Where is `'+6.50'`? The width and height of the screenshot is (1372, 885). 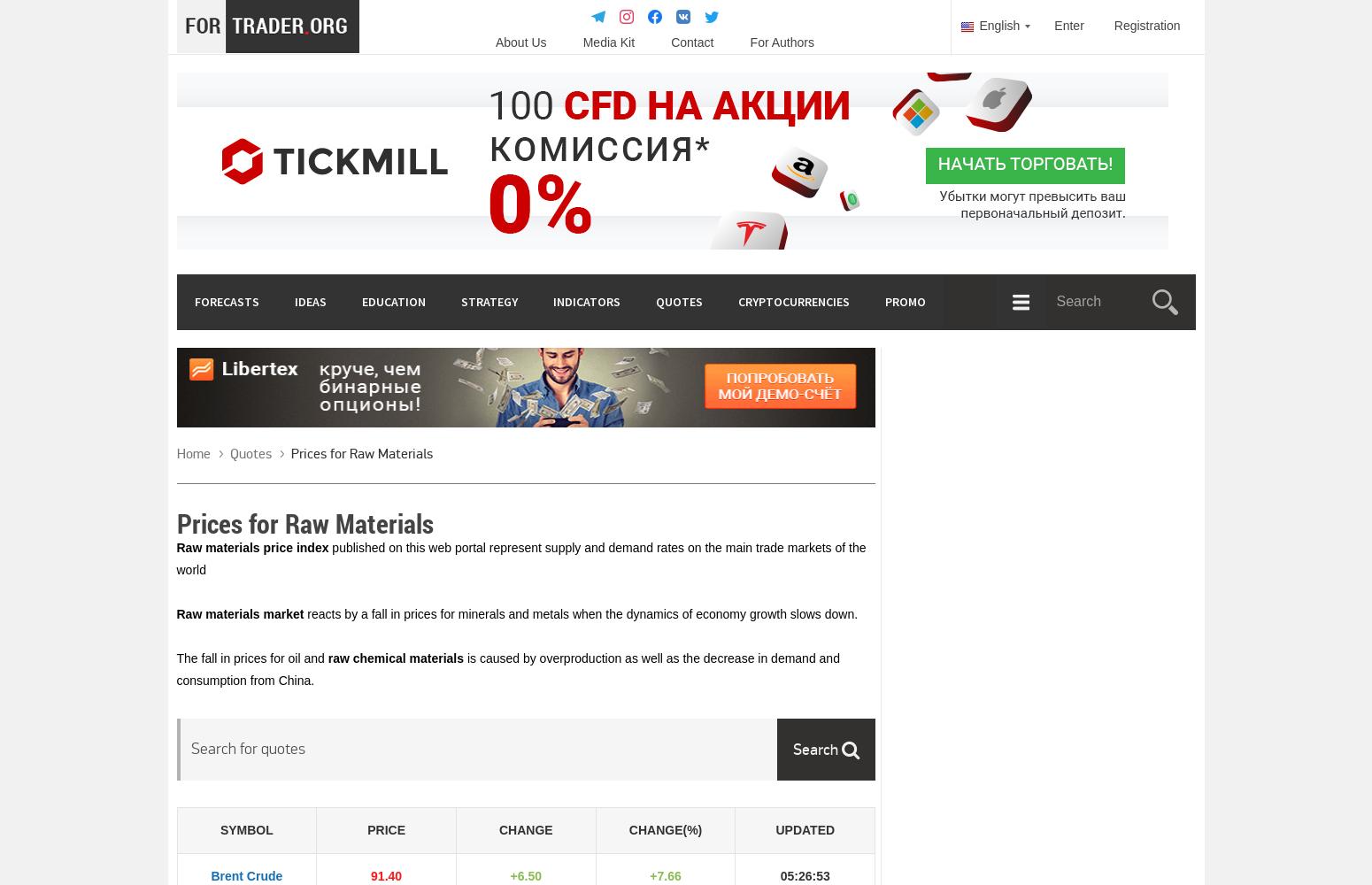 '+6.50' is located at coordinates (525, 875).